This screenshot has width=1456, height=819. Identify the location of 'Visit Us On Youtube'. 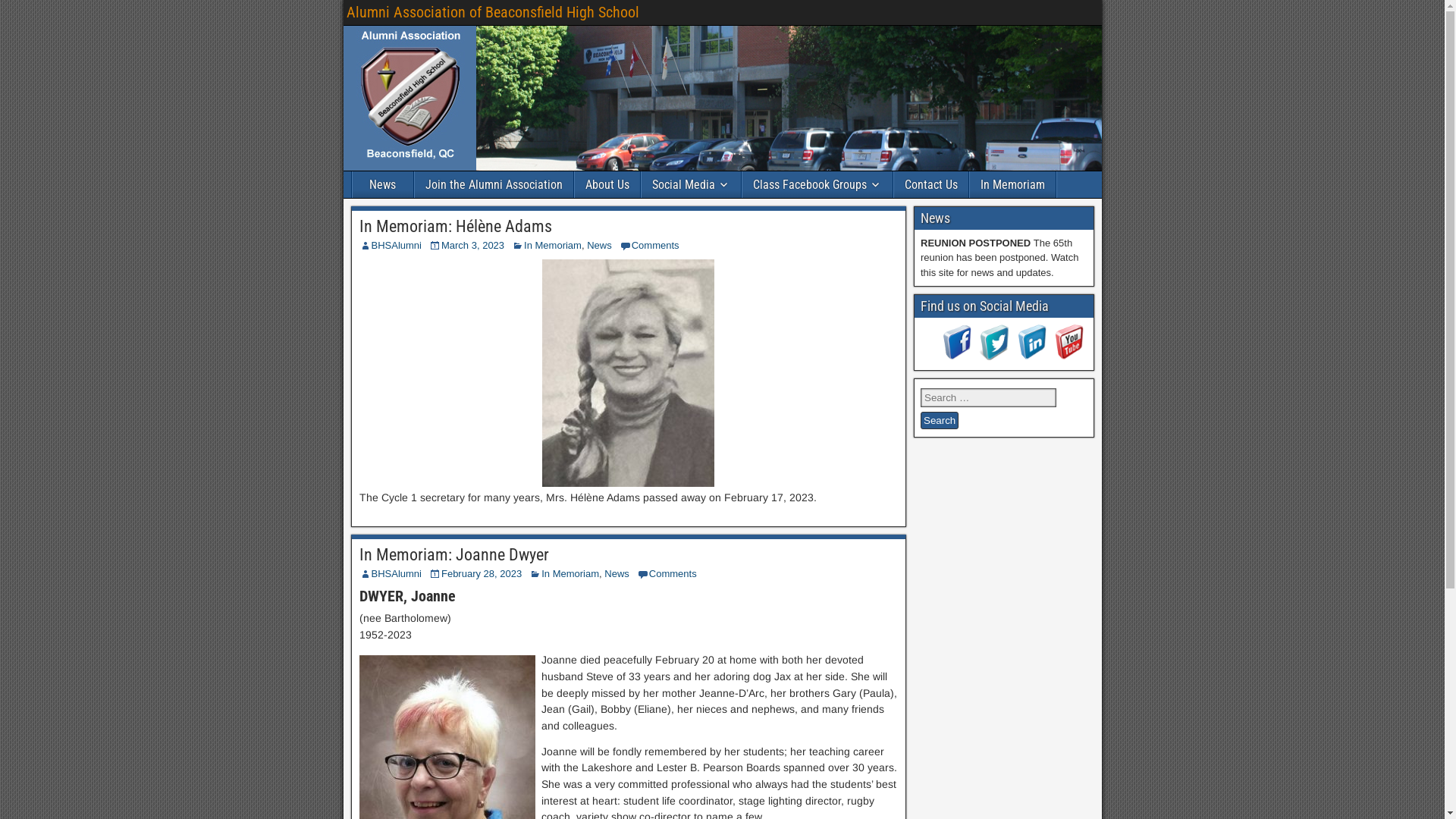
(1048, 356).